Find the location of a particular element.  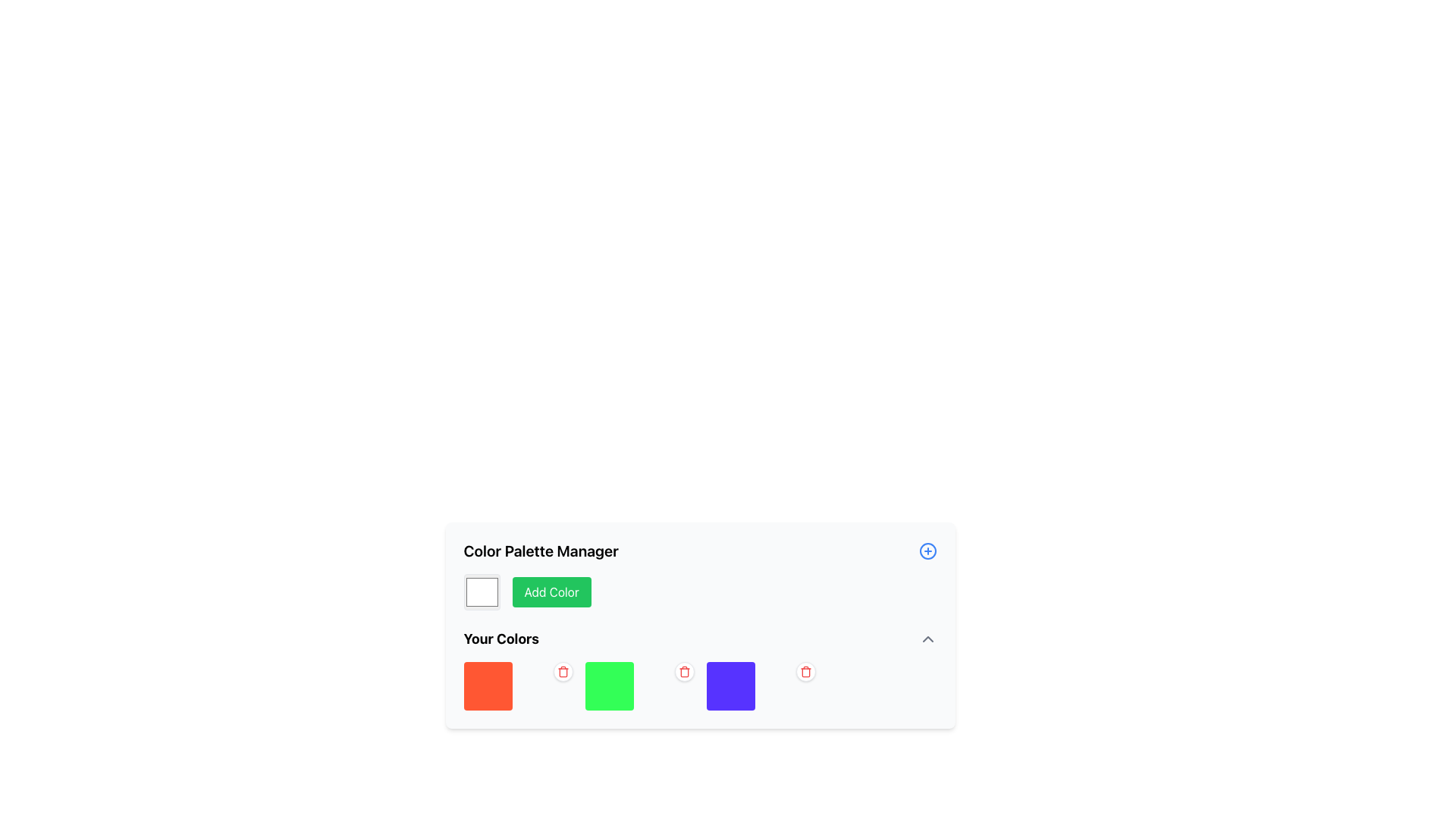

the circular border of the graphical plus icon located at the far right of the interface section, above the list of colored blocks and their delete icons is located at coordinates (927, 551).